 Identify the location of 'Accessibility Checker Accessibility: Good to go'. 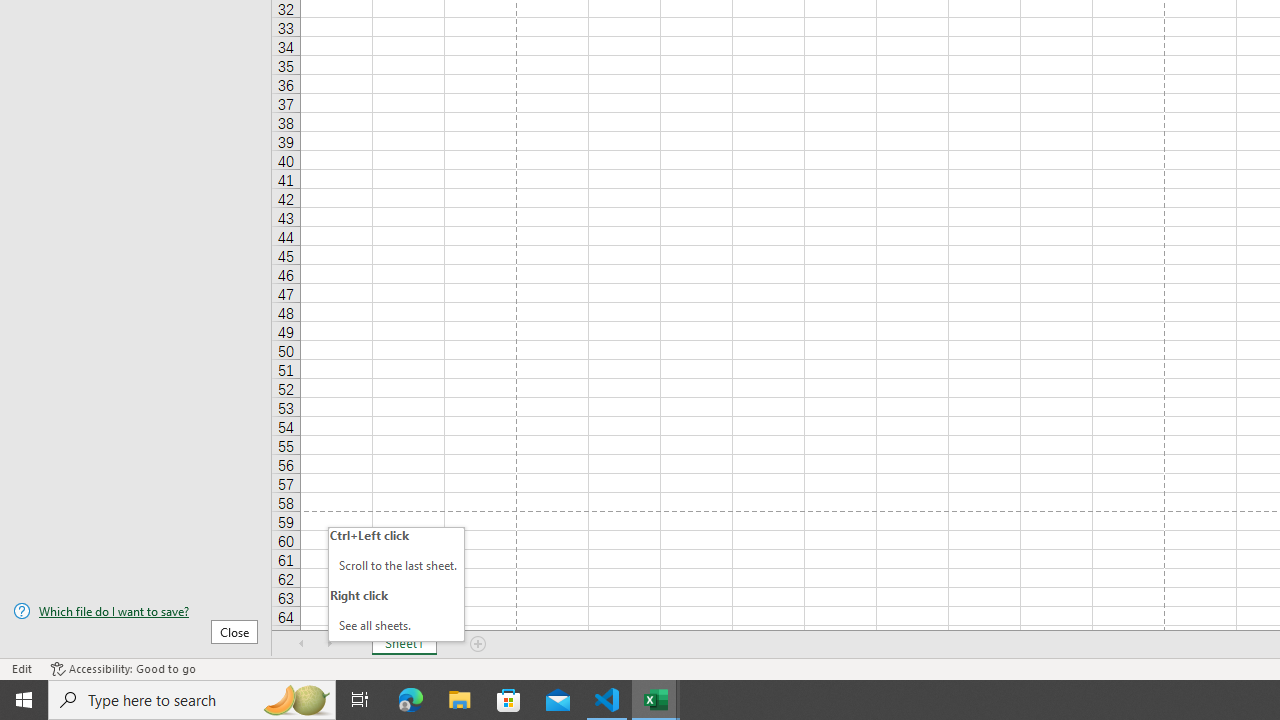
(122, 669).